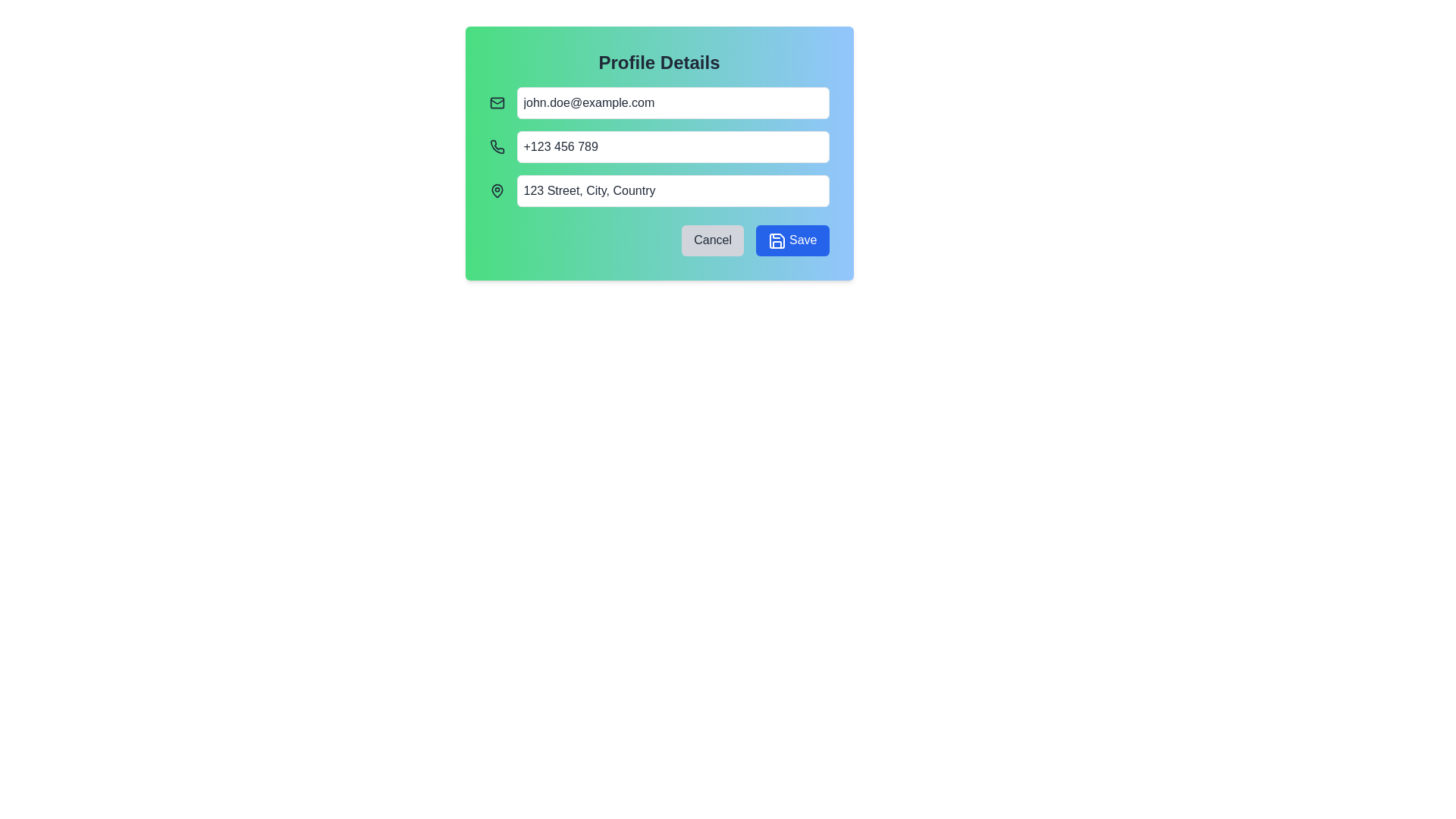  Describe the element at coordinates (497, 102) in the screenshot. I see `the envelope body element, which is a rectangular icon with a green background representing the email category, located near the top-left area of the form layout` at that location.